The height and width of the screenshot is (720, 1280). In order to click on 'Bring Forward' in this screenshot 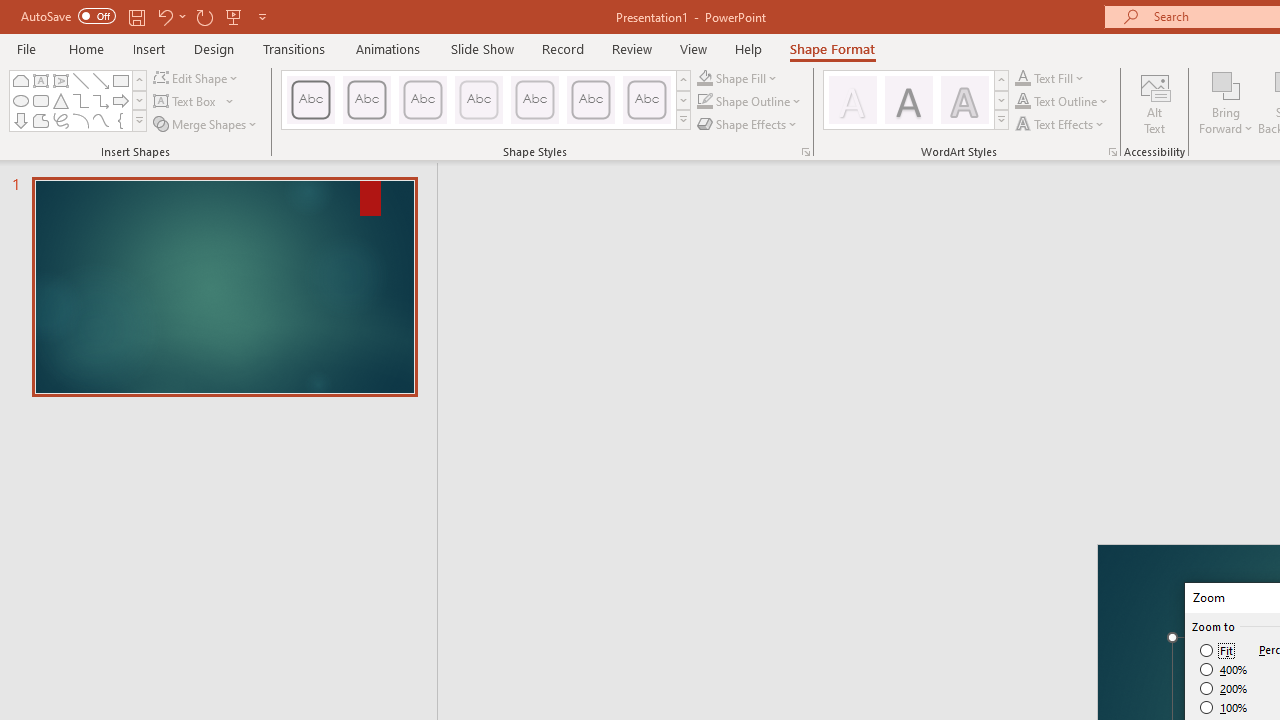, I will do `click(1225, 84)`.